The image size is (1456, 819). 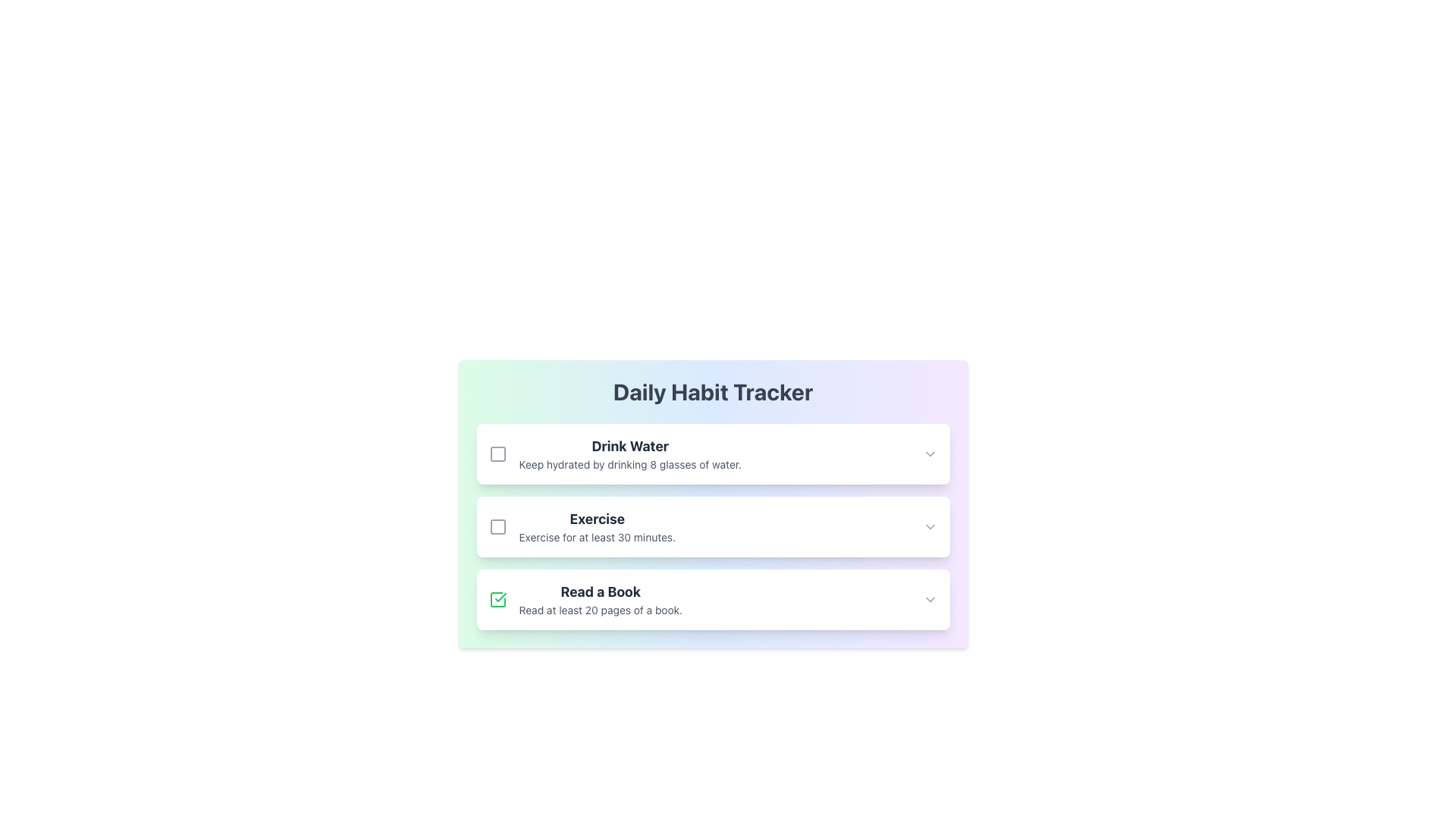 What do you see at coordinates (497, 453) in the screenshot?
I see `the state indicator icon located to the left of the 'Drink Water' title text` at bounding box center [497, 453].